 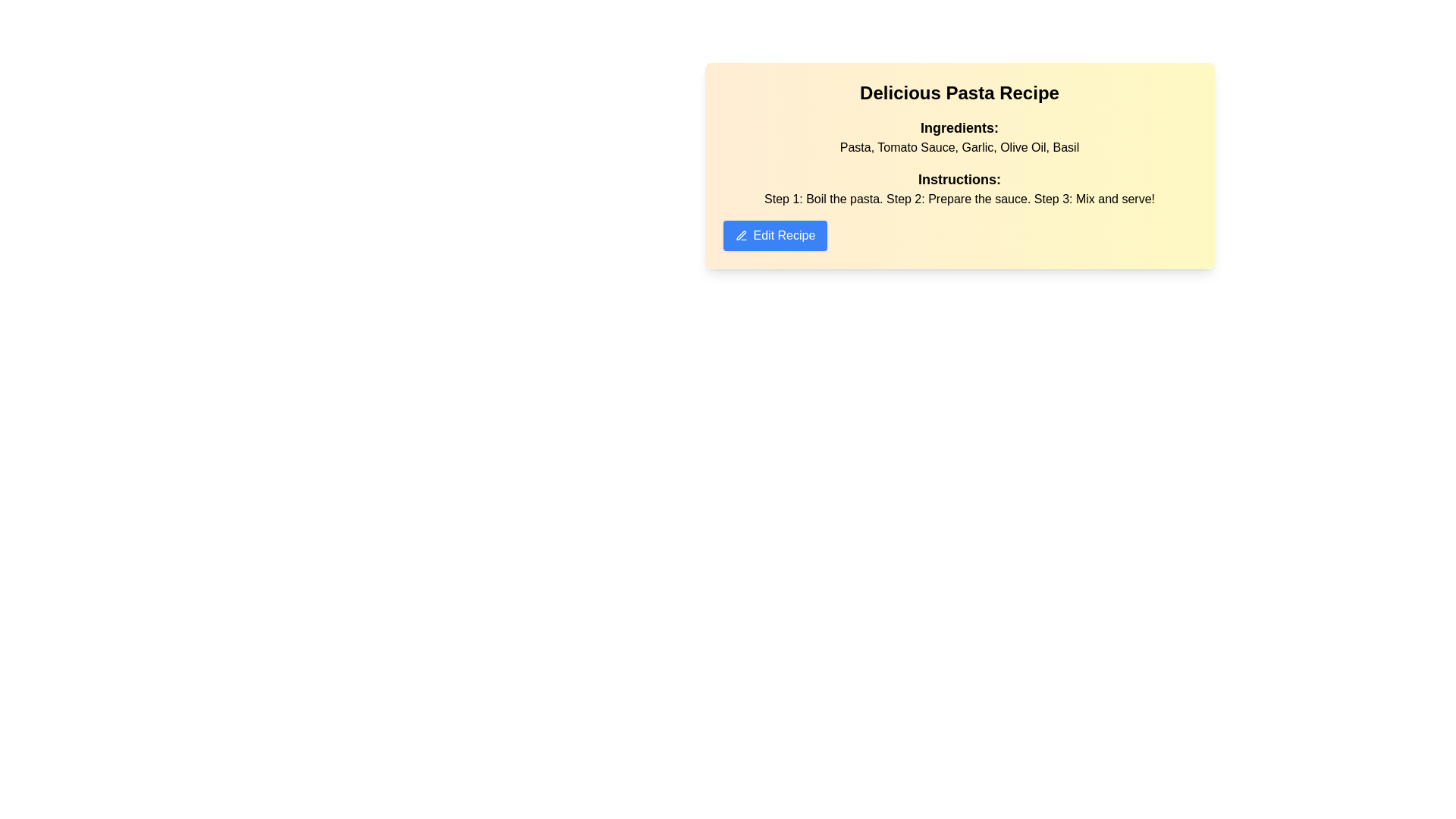 What do you see at coordinates (959, 198) in the screenshot?
I see `instructions provided by the static text element located below the 'Instructions:' heading, which displays step-by-step recipe preparation information` at bounding box center [959, 198].